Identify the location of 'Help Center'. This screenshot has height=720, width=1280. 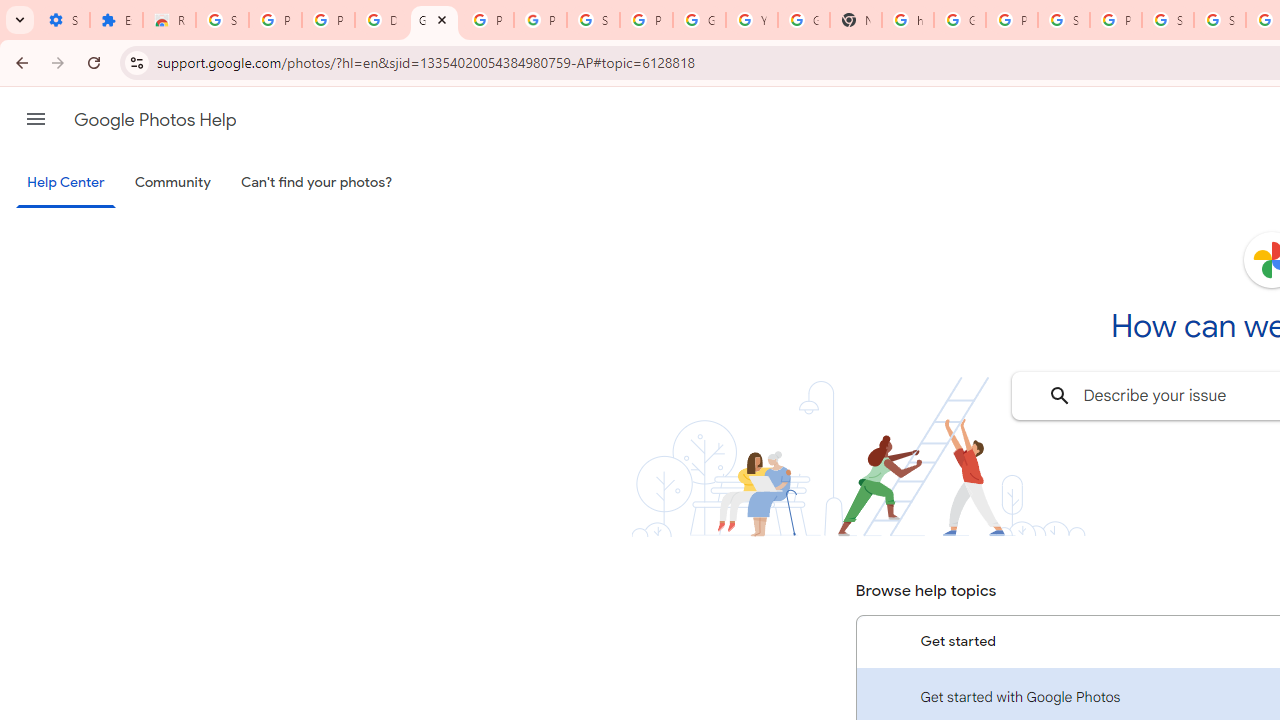
(65, 183).